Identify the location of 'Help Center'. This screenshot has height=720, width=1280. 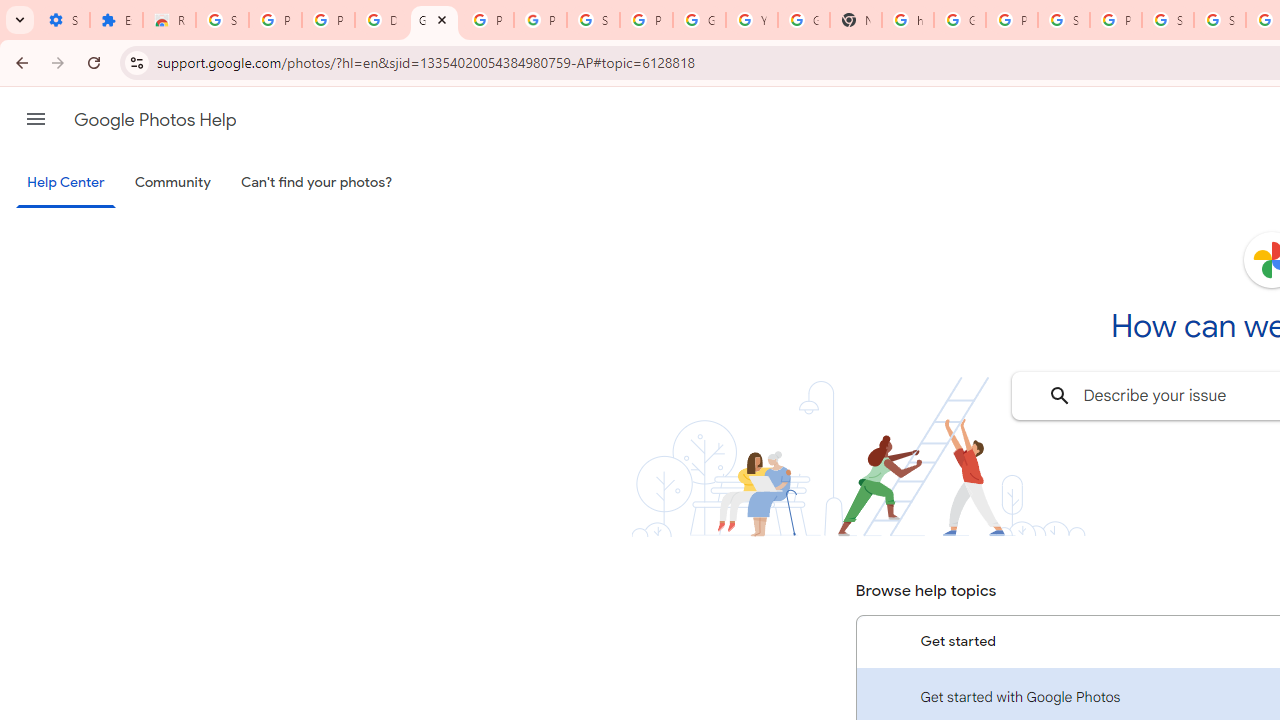
(65, 183).